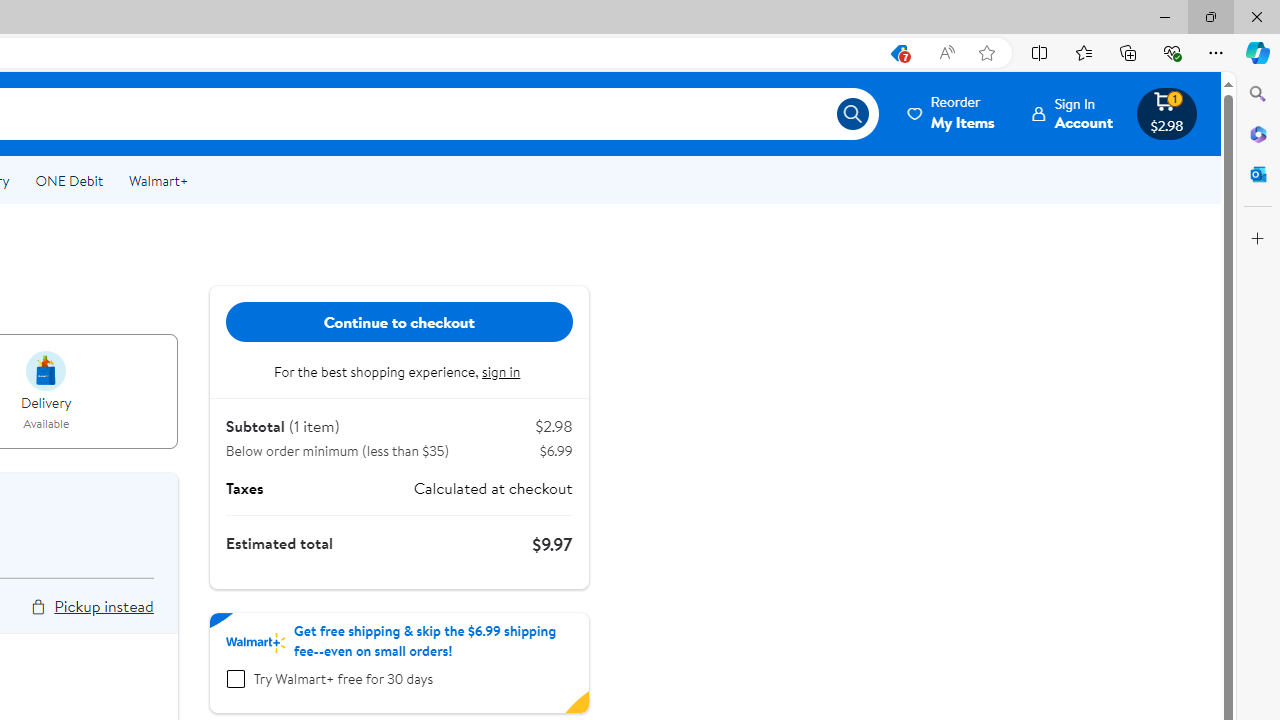 This screenshot has height=720, width=1280. I want to click on 'Reorder My Items', so click(951, 113).